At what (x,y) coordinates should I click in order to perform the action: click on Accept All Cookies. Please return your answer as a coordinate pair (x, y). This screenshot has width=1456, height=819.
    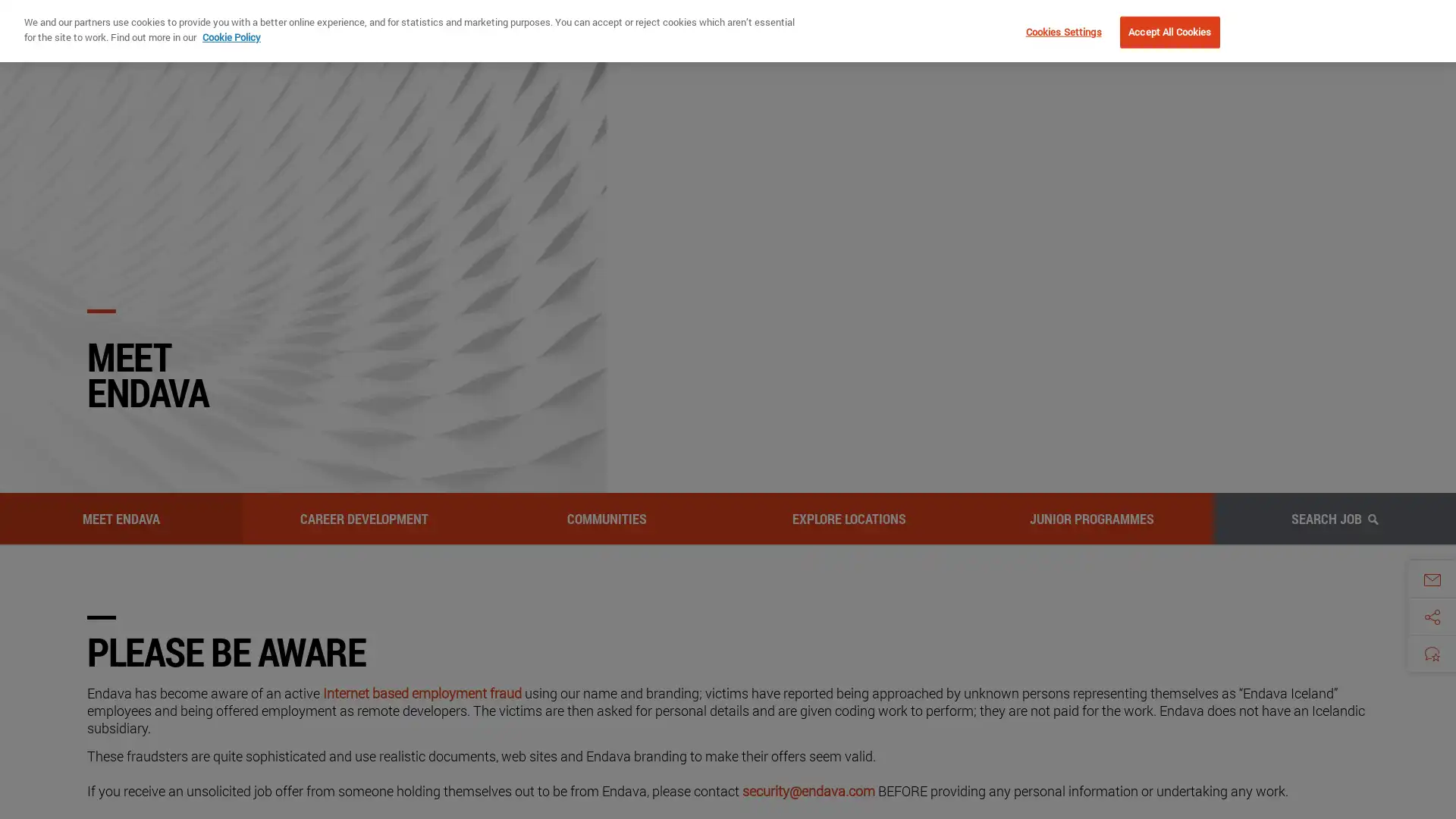
    Looking at the image, I should click on (1169, 32).